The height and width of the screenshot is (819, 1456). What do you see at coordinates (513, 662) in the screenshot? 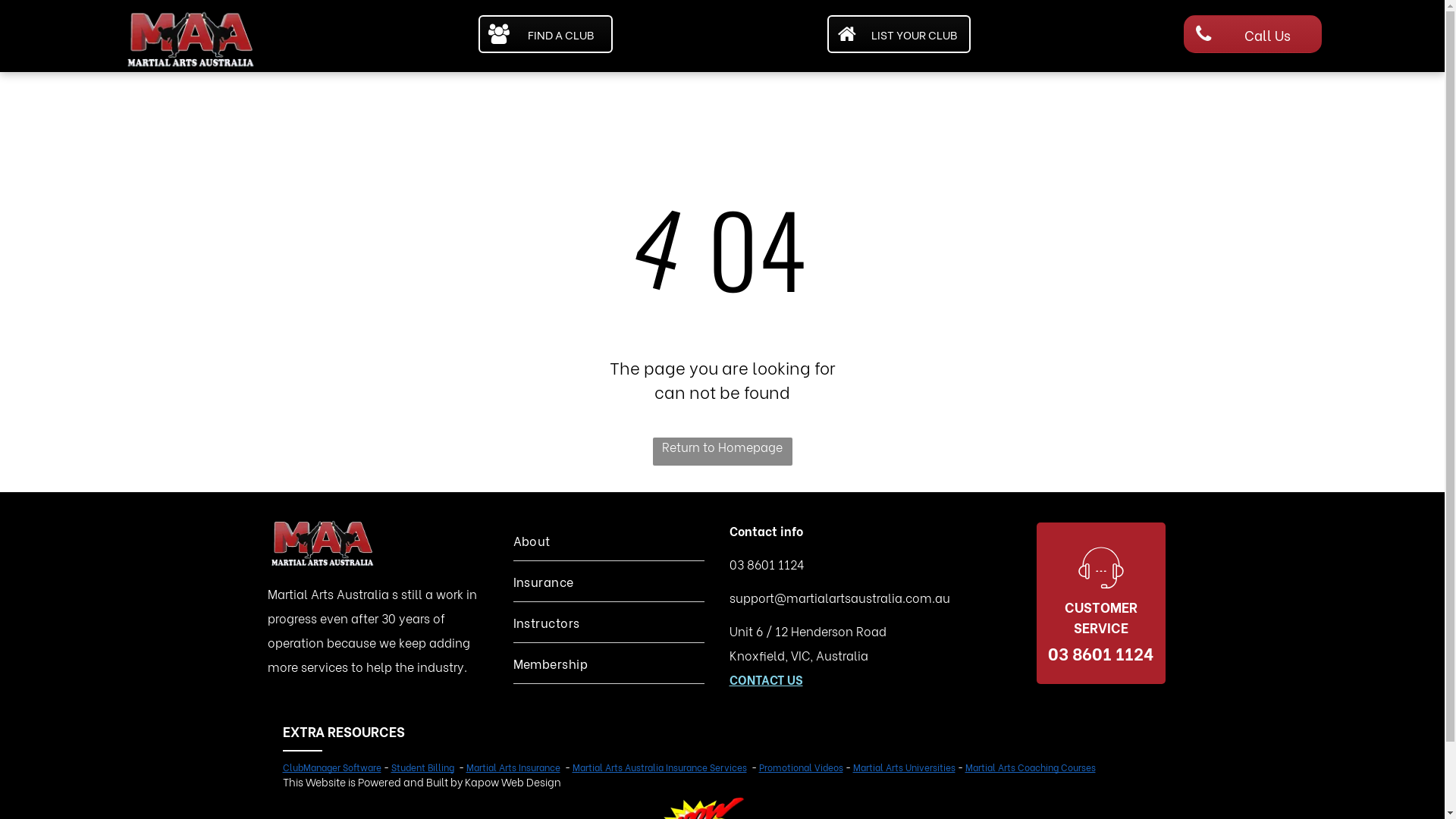
I see `'Membership'` at bounding box center [513, 662].